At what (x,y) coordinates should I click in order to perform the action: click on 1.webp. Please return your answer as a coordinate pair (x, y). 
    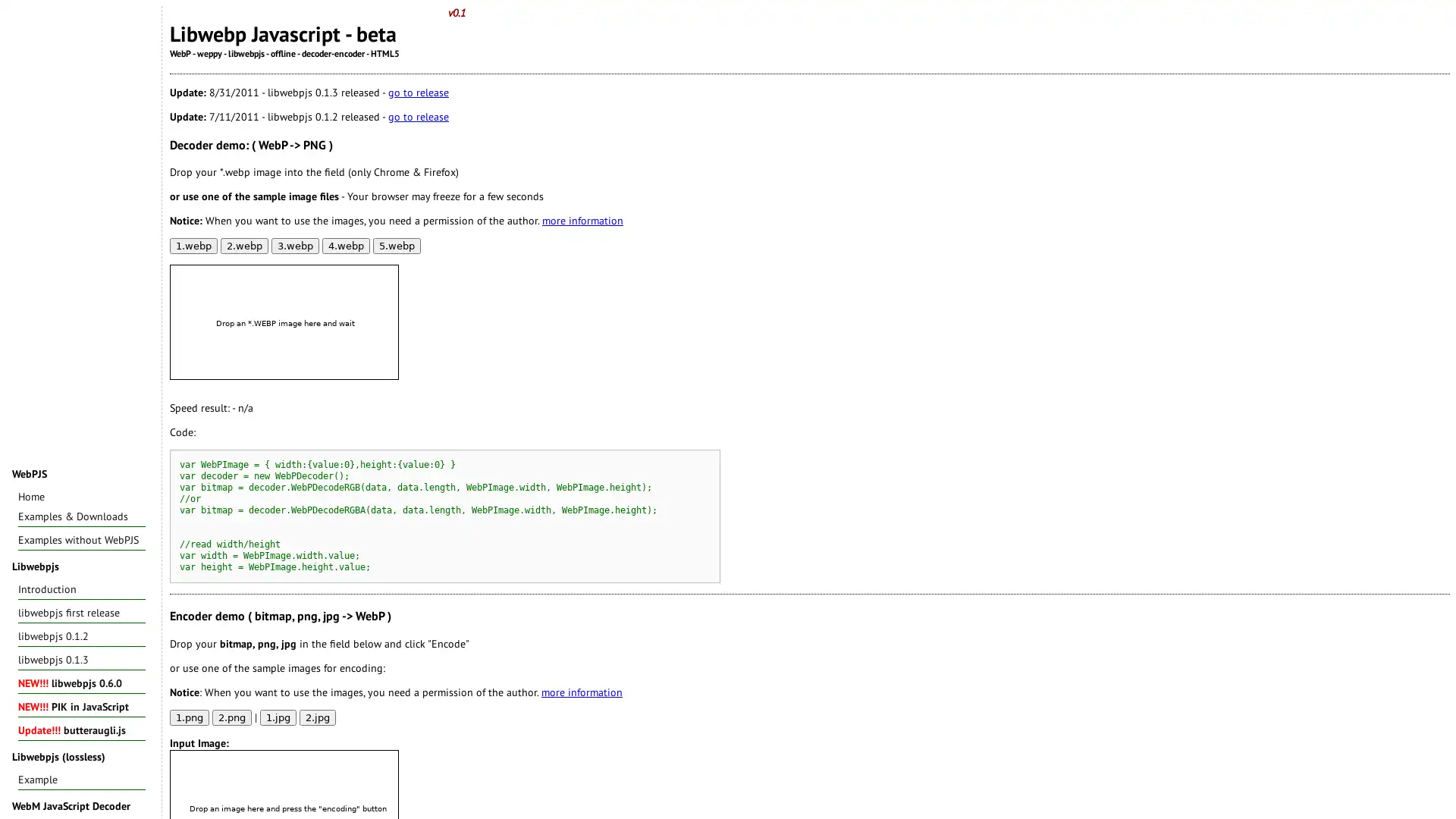
    Looking at the image, I should click on (193, 245).